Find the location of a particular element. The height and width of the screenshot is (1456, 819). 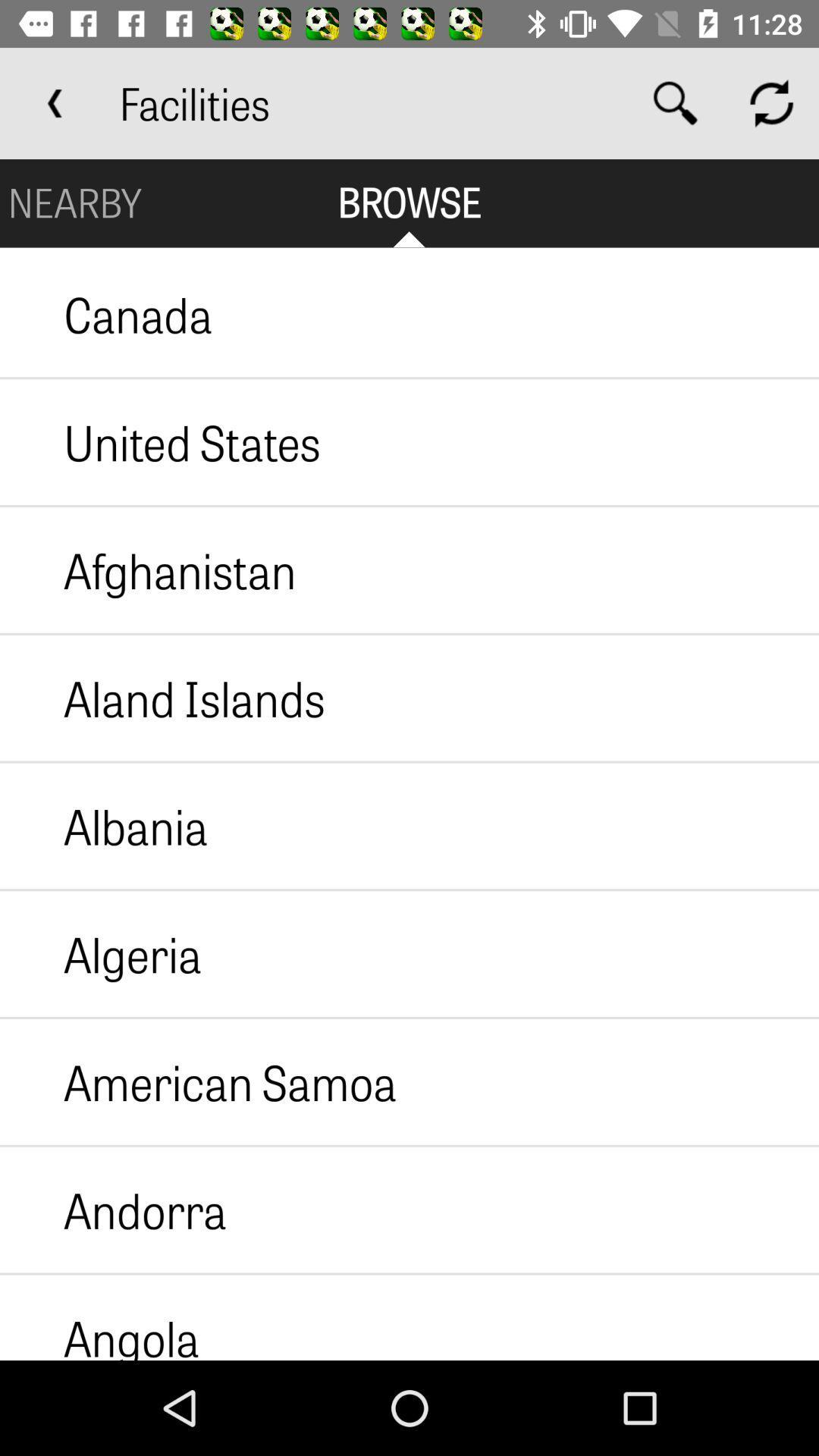

the andorra item is located at coordinates (112, 1209).